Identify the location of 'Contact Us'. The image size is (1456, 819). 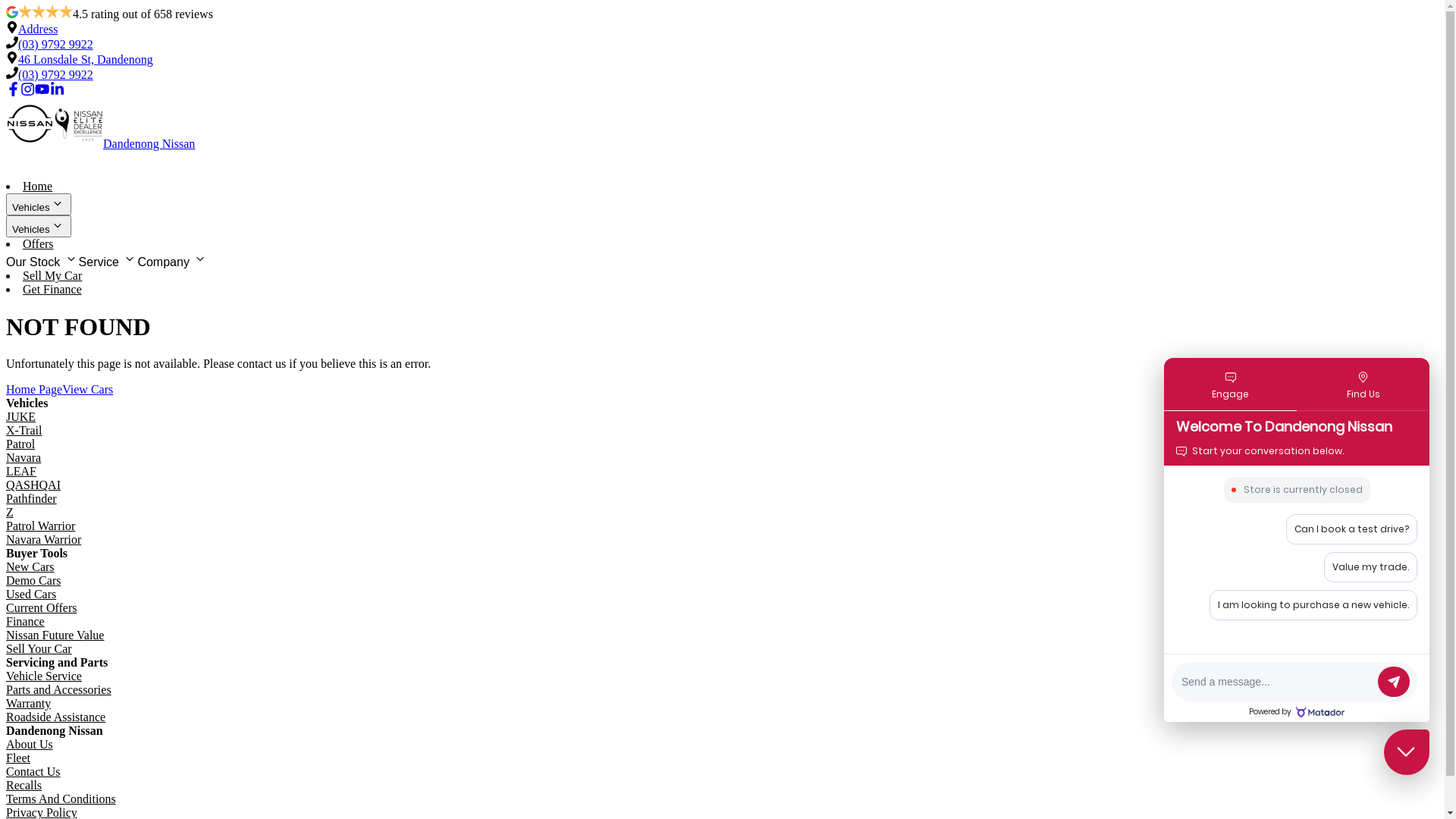
(33, 771).